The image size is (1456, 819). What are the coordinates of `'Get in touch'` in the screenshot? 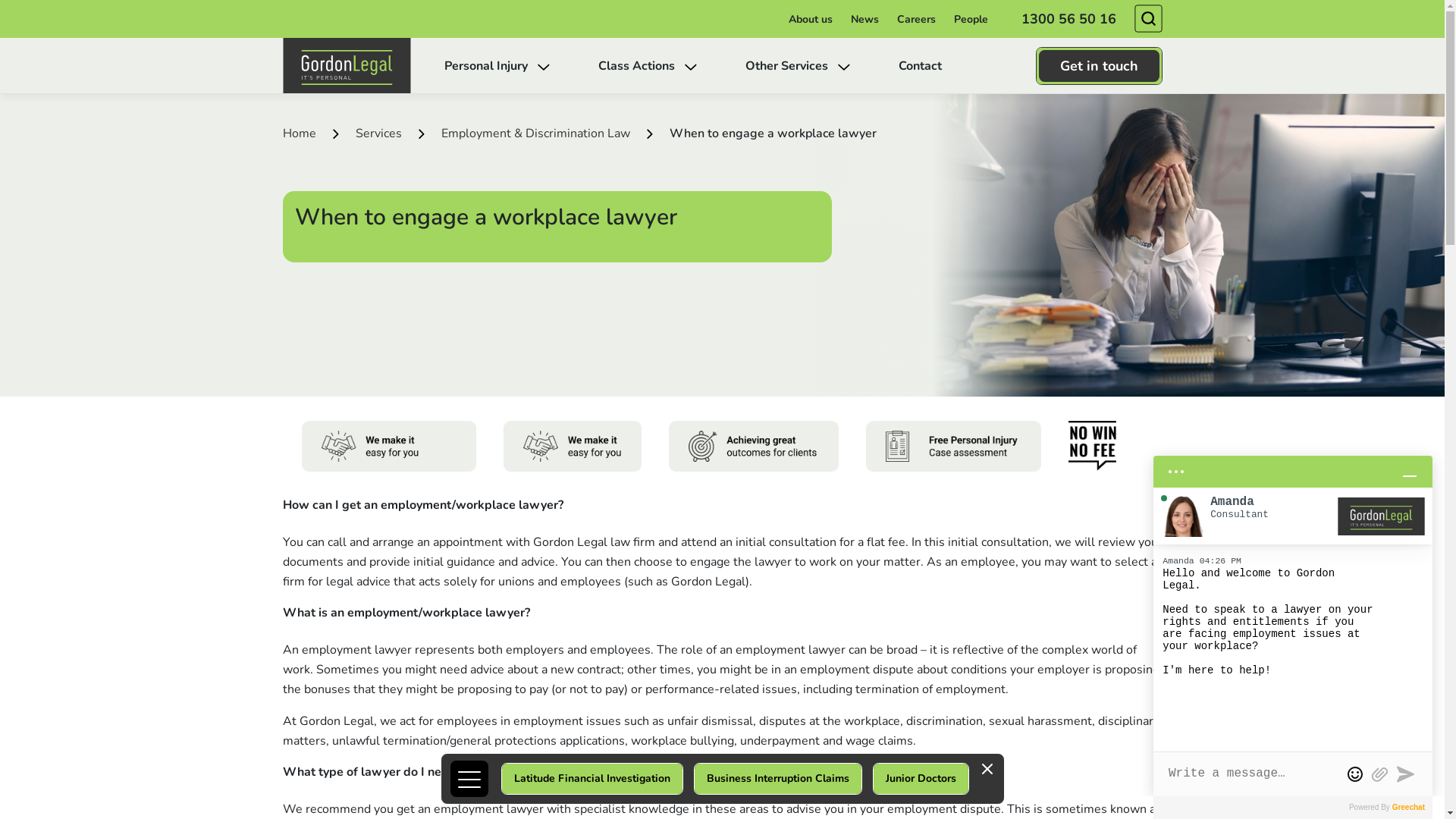 It's located at (1099, 65).